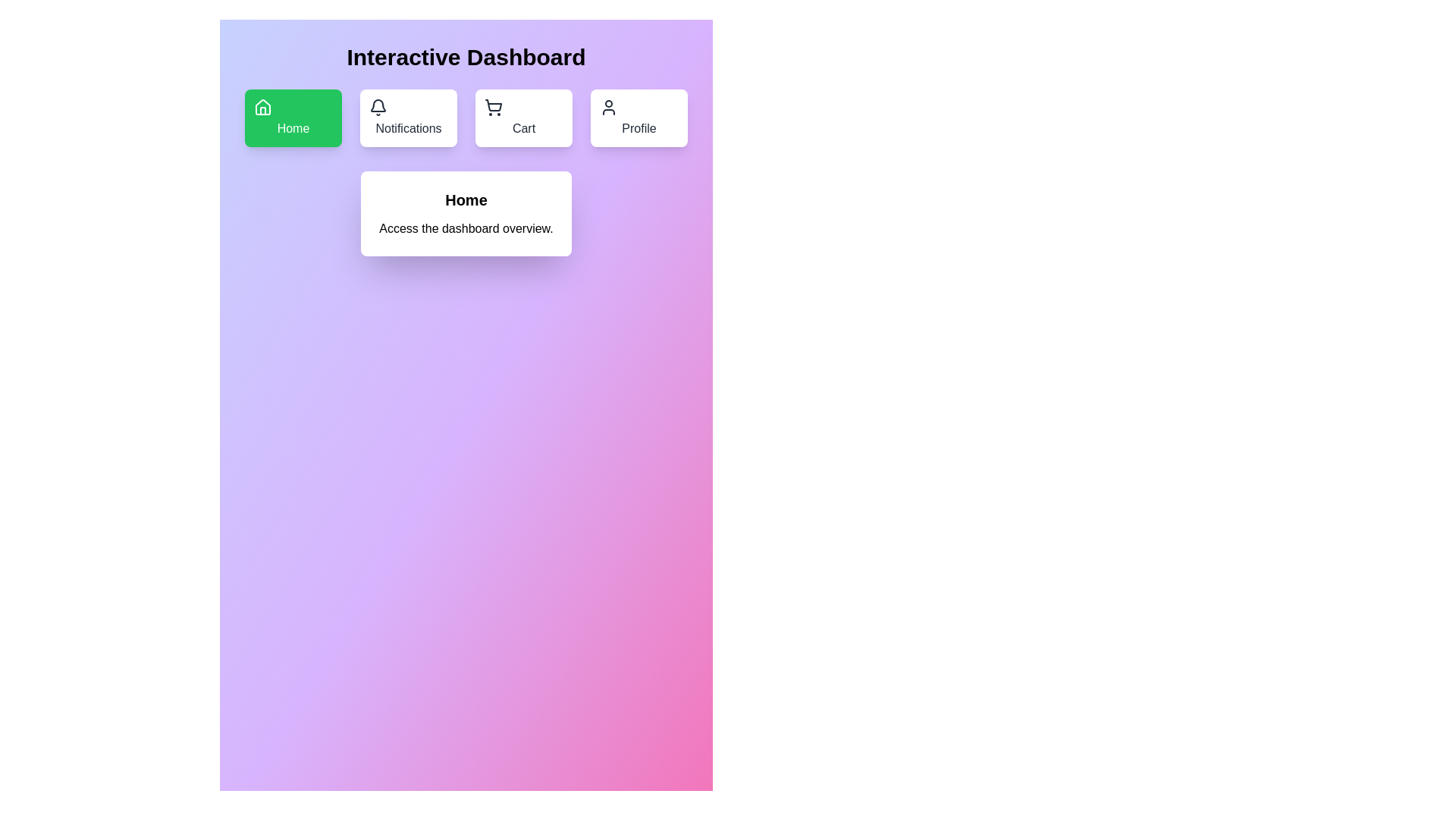 The image size is (1456, 819). What do you see at coordinates (293, 117) in the screenshot?
I see `the menu option Home to view its content and details` at bounding box center [293, 117].